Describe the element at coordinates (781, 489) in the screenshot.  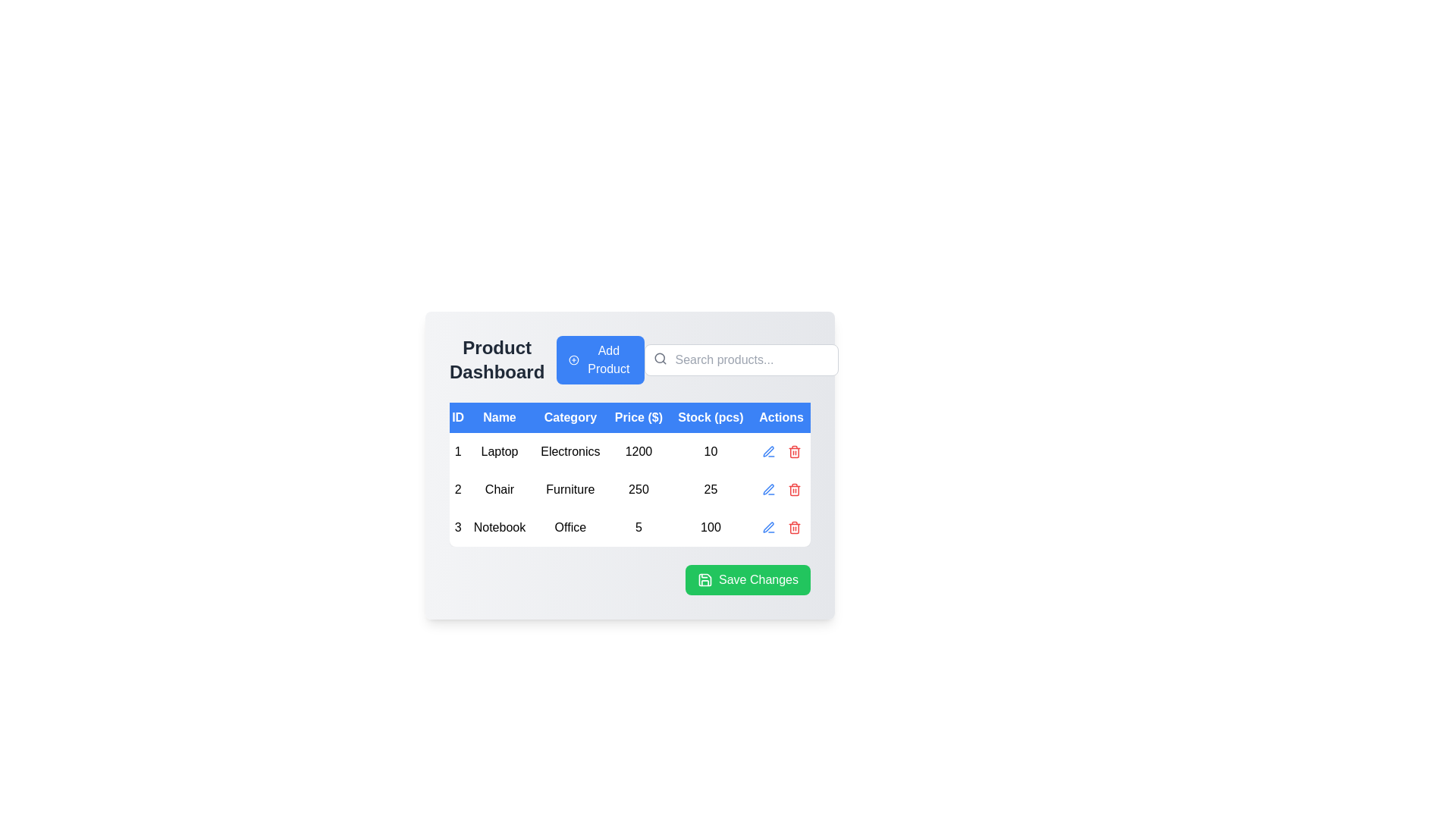
I see `the decorative layout spacer located in the rightmost cell of the second row under the 'Actions' column in the table-like data grid` at that location.